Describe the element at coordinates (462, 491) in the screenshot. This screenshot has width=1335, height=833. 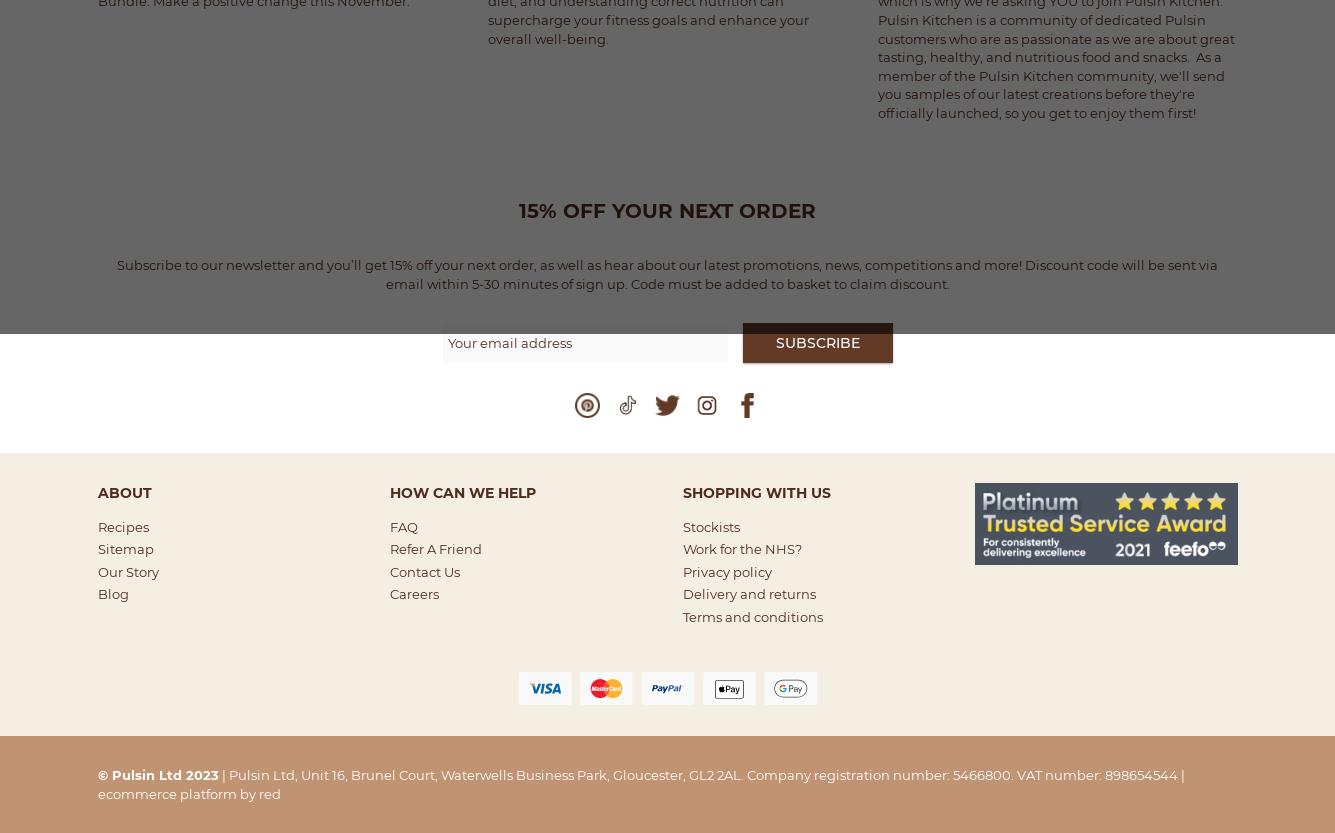
I see `'How can we help'` at that location.